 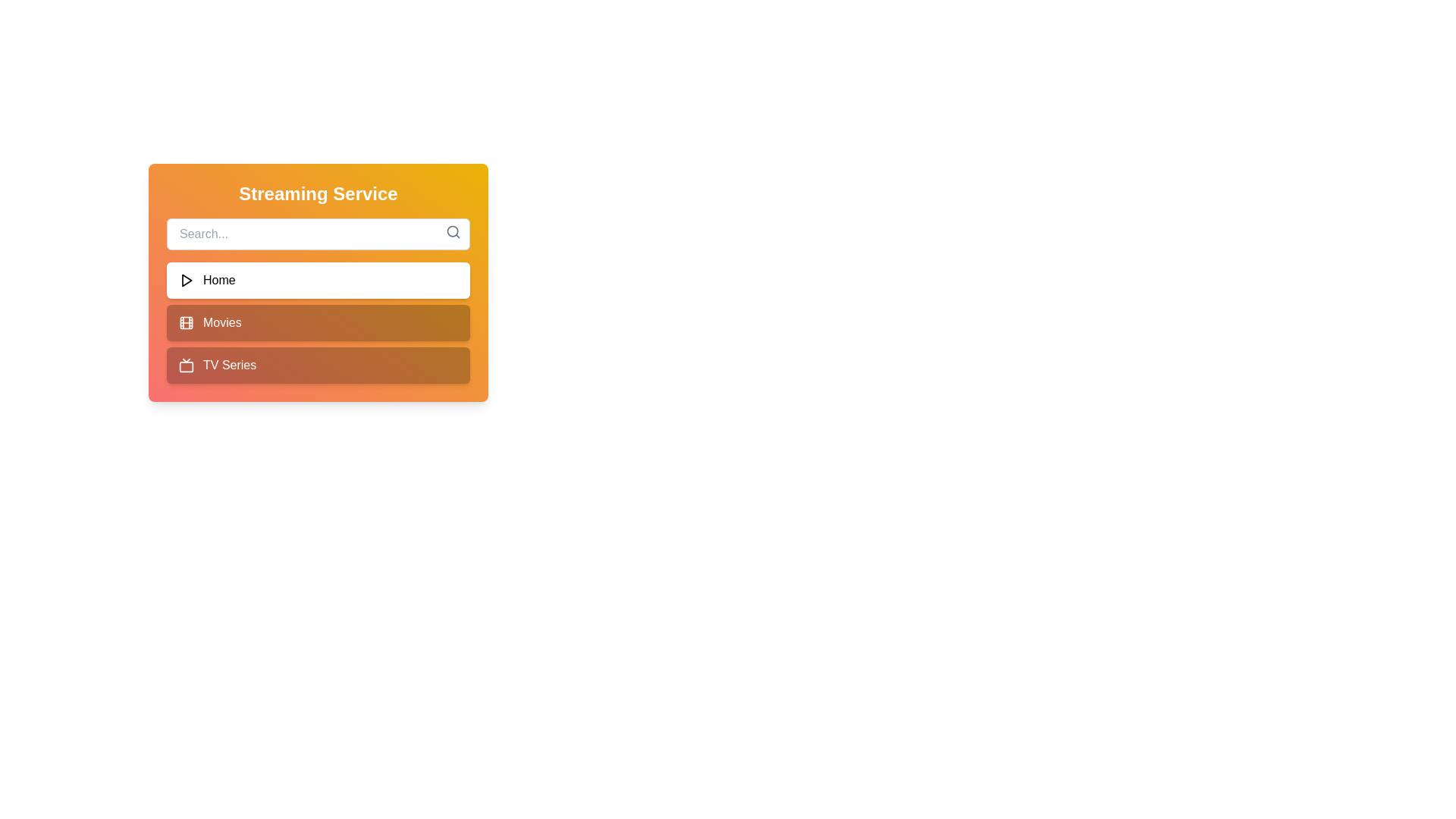 What do you see at coordinates (452, 231) in the screenshot?
I see `the circular visual element representing the lens of the magnifying glass icon located in the upper-right corner of the search field` at bounding box center [452, 231].